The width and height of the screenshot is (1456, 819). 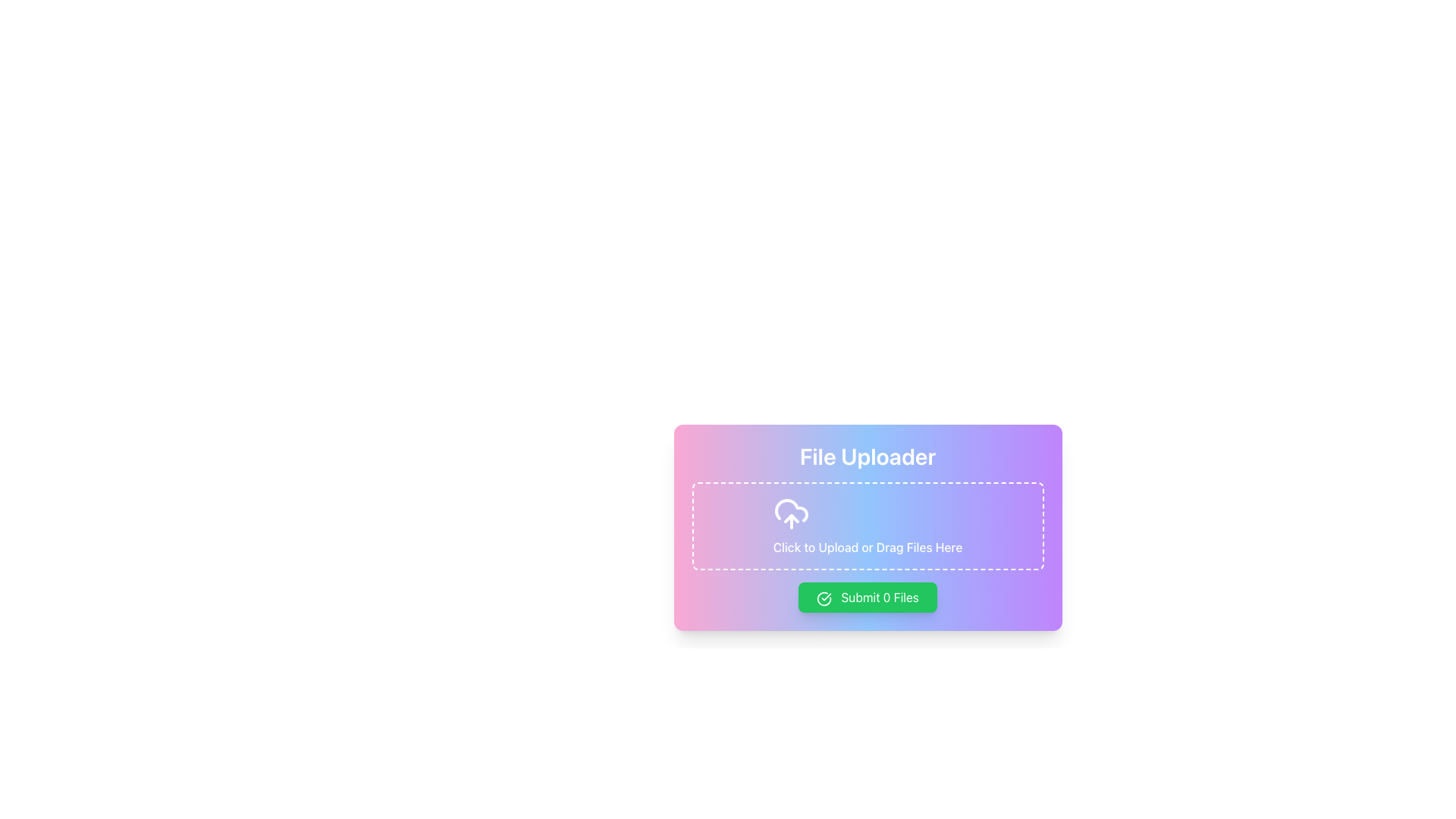 I want to click on files into the File upload area located within the 'File Uploader' section, so click(x=868, y=526).